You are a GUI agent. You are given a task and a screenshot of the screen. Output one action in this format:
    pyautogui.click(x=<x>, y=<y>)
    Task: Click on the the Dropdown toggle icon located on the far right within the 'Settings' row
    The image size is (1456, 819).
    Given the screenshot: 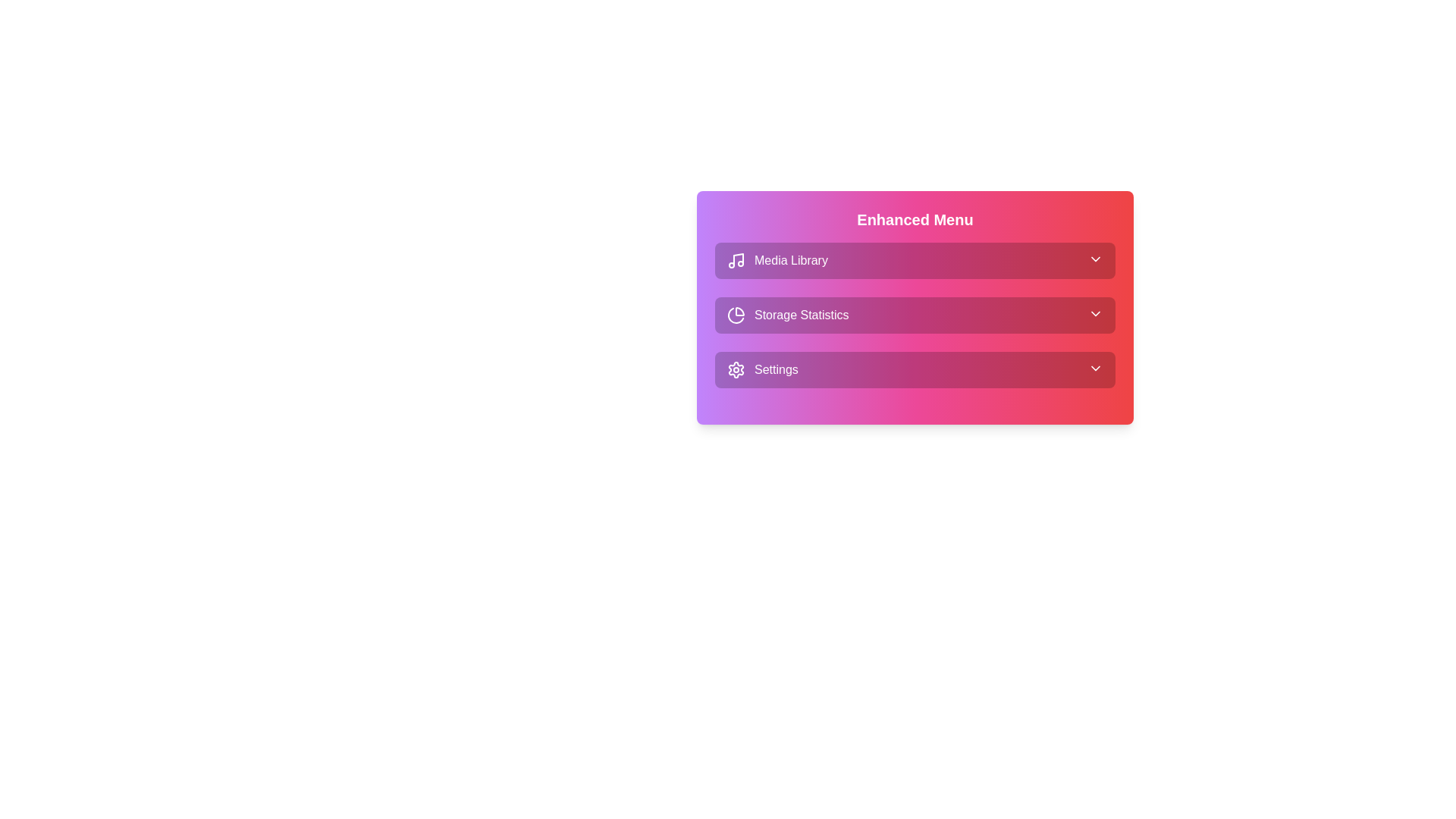 What is the action you would take?
    pyautogui.click(x=1095, y=369)
    